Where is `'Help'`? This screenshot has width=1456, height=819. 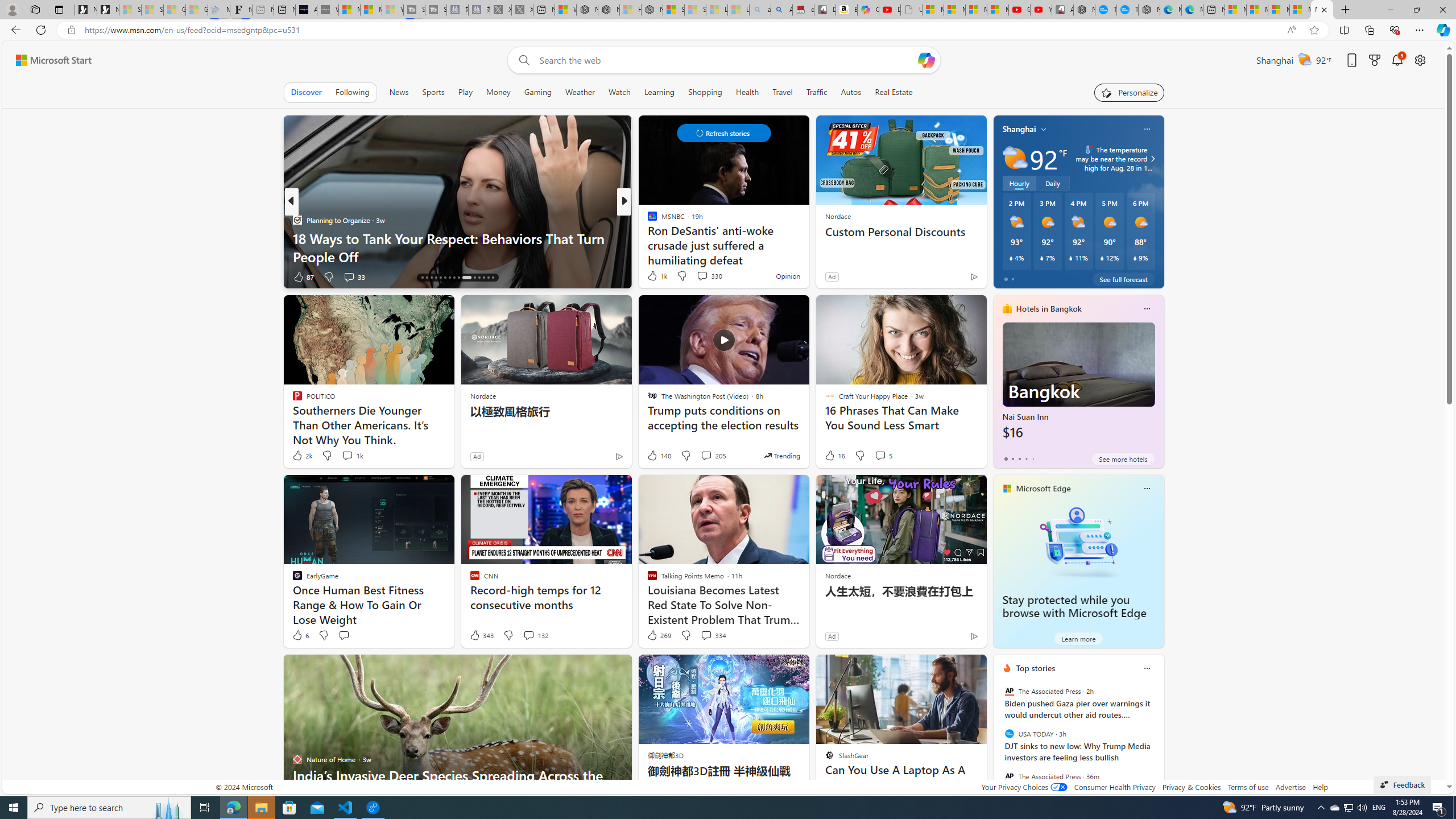 'Help' is located at coordinates (1319, 786).